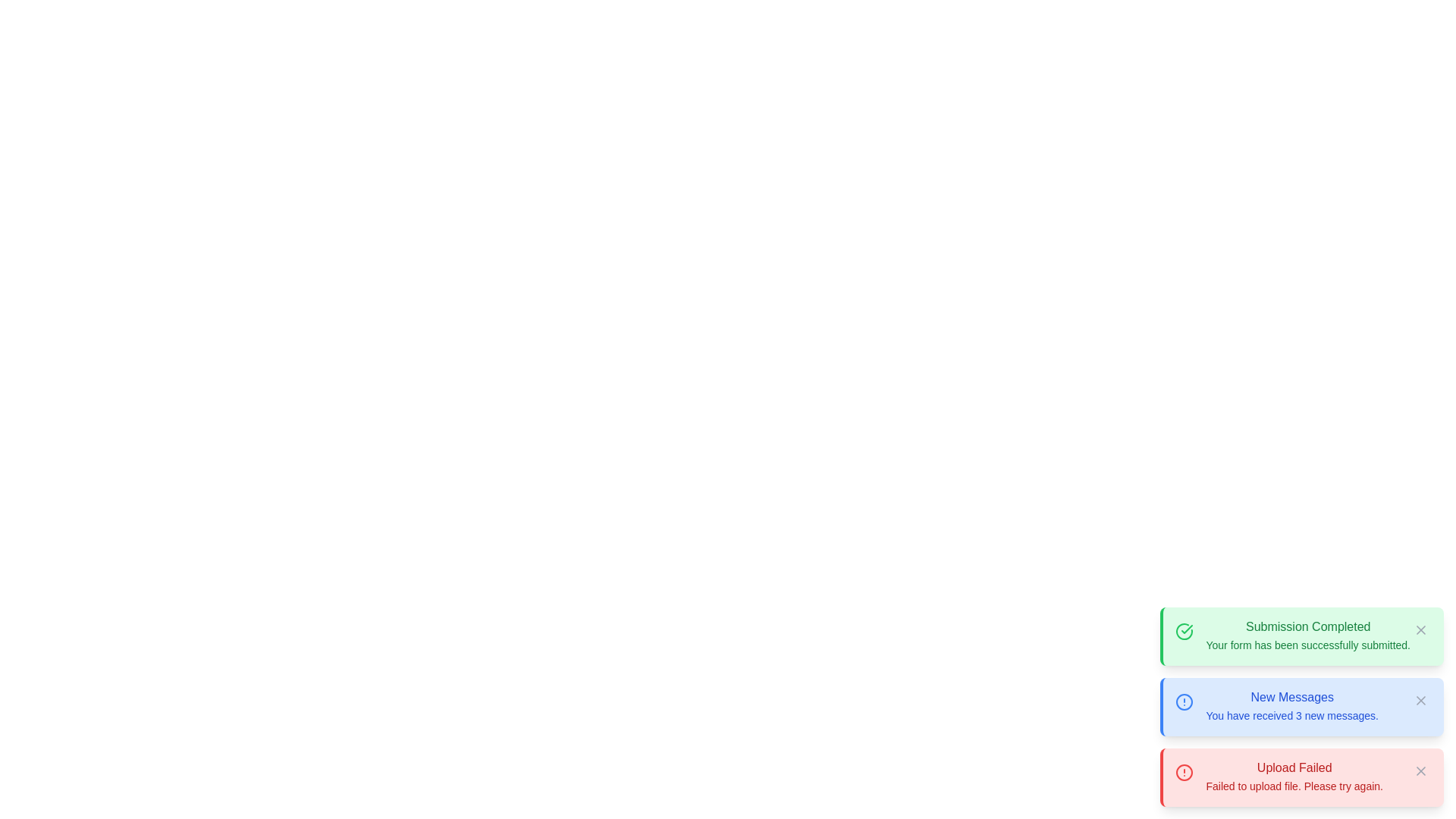 The width and height of the screenshot is (1456, 819). Describe the element at coordinates (1420, 629) in the screenshot. I see `the Icon button with an 'X' symbol located at the top-right corner of the 'Submission Completed' notification` at that location.